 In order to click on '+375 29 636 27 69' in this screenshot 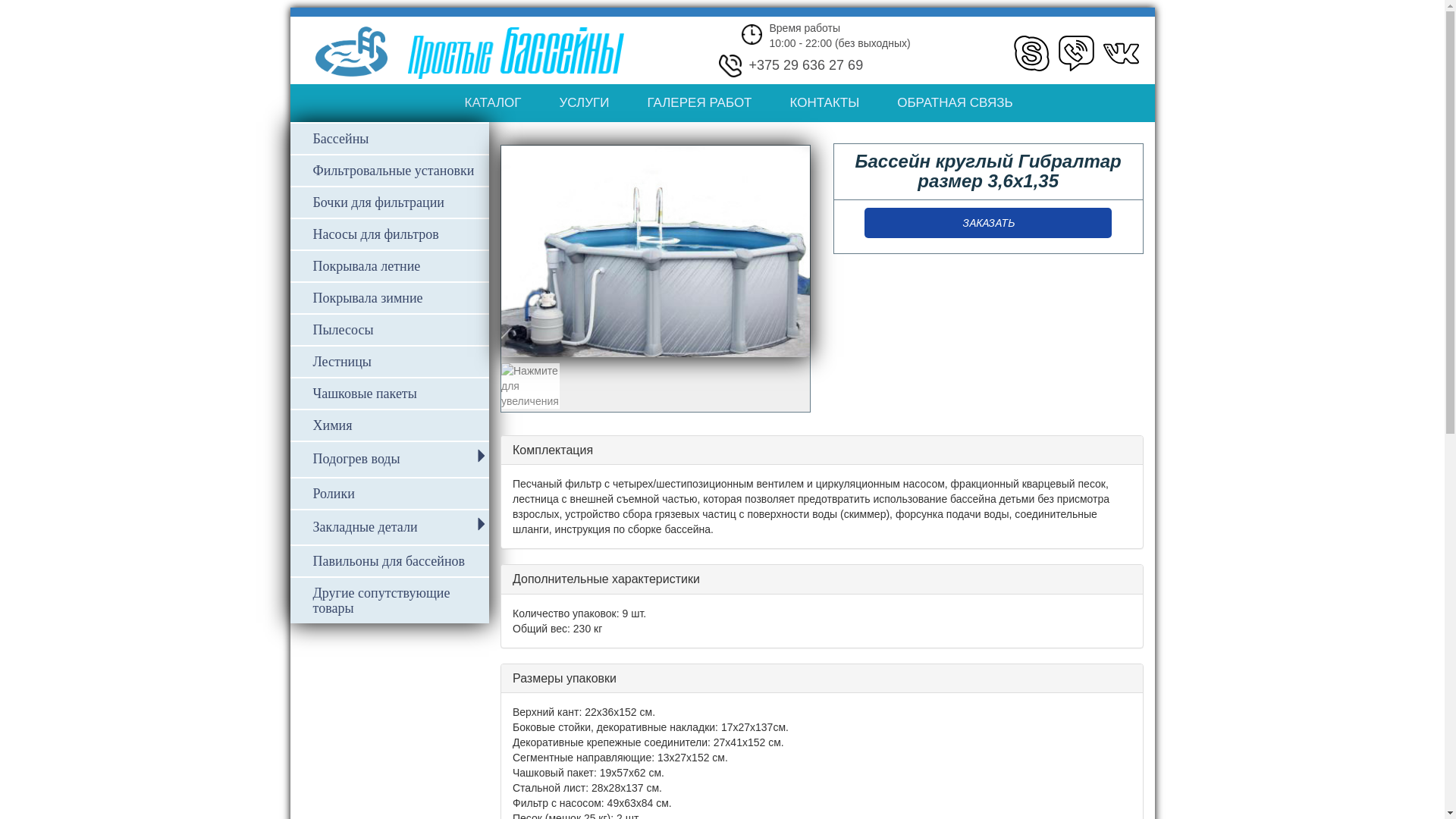, I will do `click(805, 65)`.